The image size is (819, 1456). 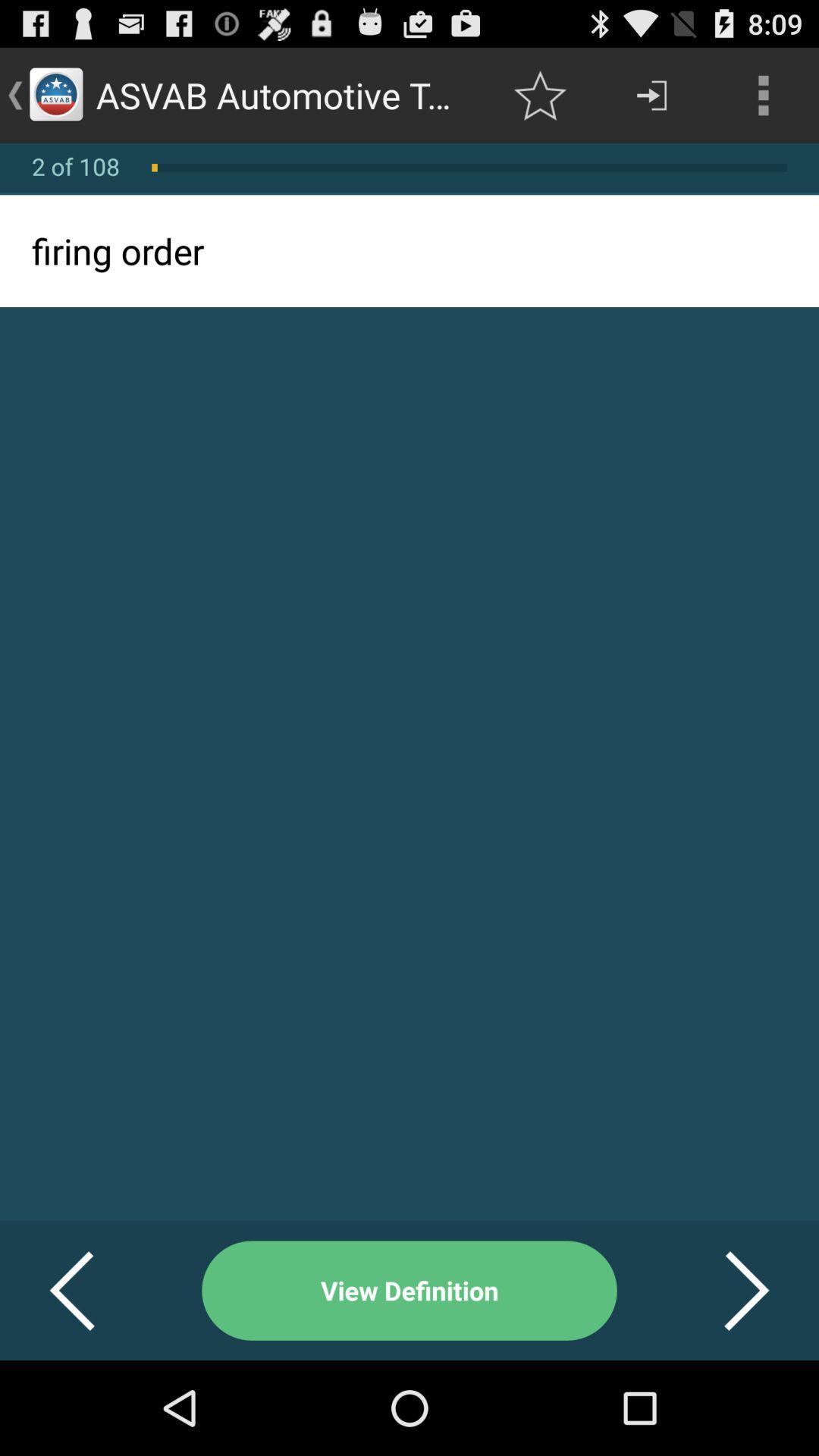 What do you see at coordinates (727, 1290) in the screenshot?
I see `the icon next to the view definition icon` at bounding box center [727, 1290].